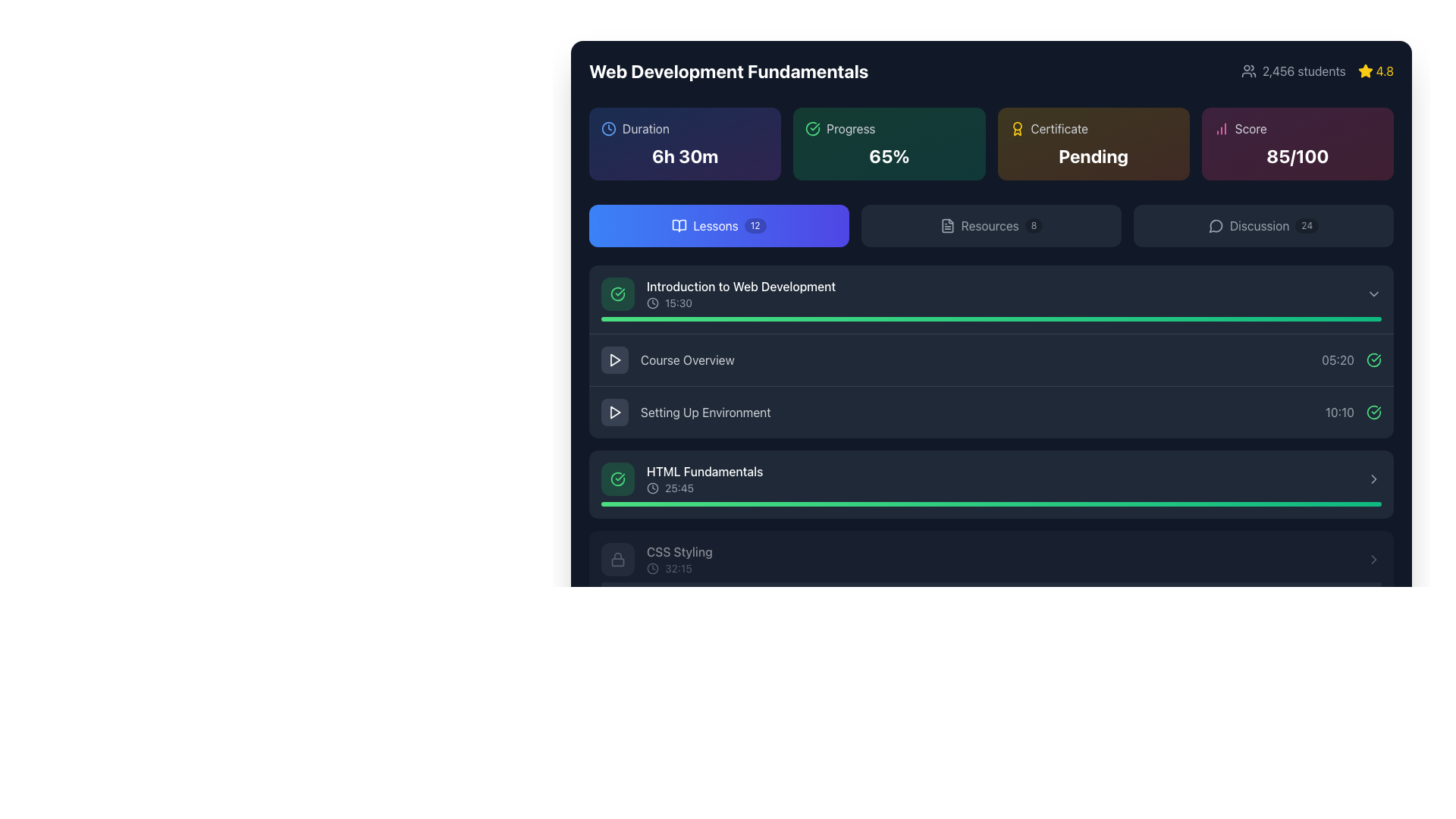 This screenshot has width=1456, height=819. Describe the element at coordinates (729, 71) in the screenshot. I see `the text label titled 'Web Development Fundamentals' located at the top-left section of the interface` at that location.